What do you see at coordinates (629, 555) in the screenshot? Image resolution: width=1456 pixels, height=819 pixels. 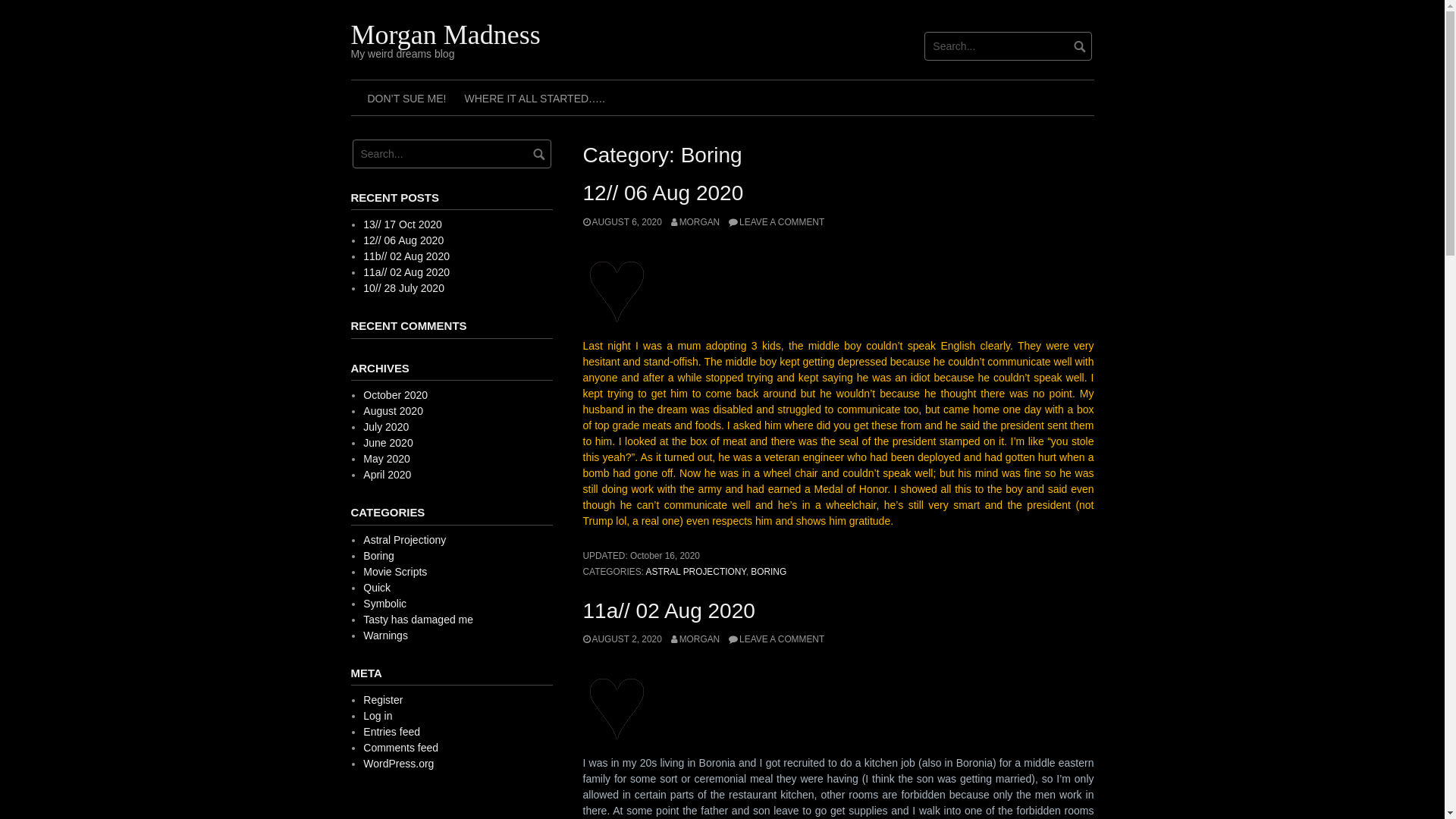 I see `'October 16, 2020'` at bounding box center [629, 555].